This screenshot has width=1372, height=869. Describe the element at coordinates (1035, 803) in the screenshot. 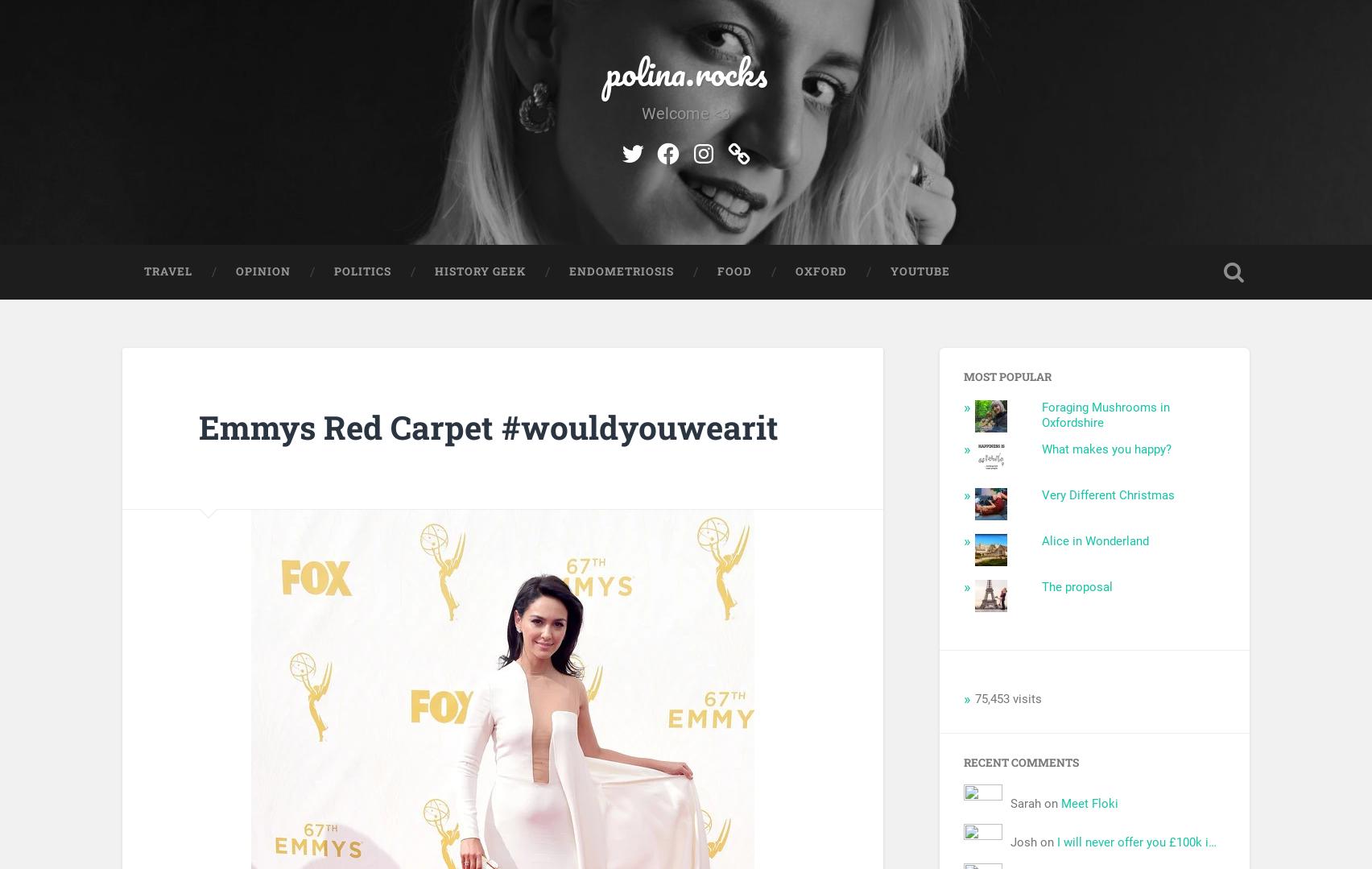

I see `'Sarah on'` at that location.